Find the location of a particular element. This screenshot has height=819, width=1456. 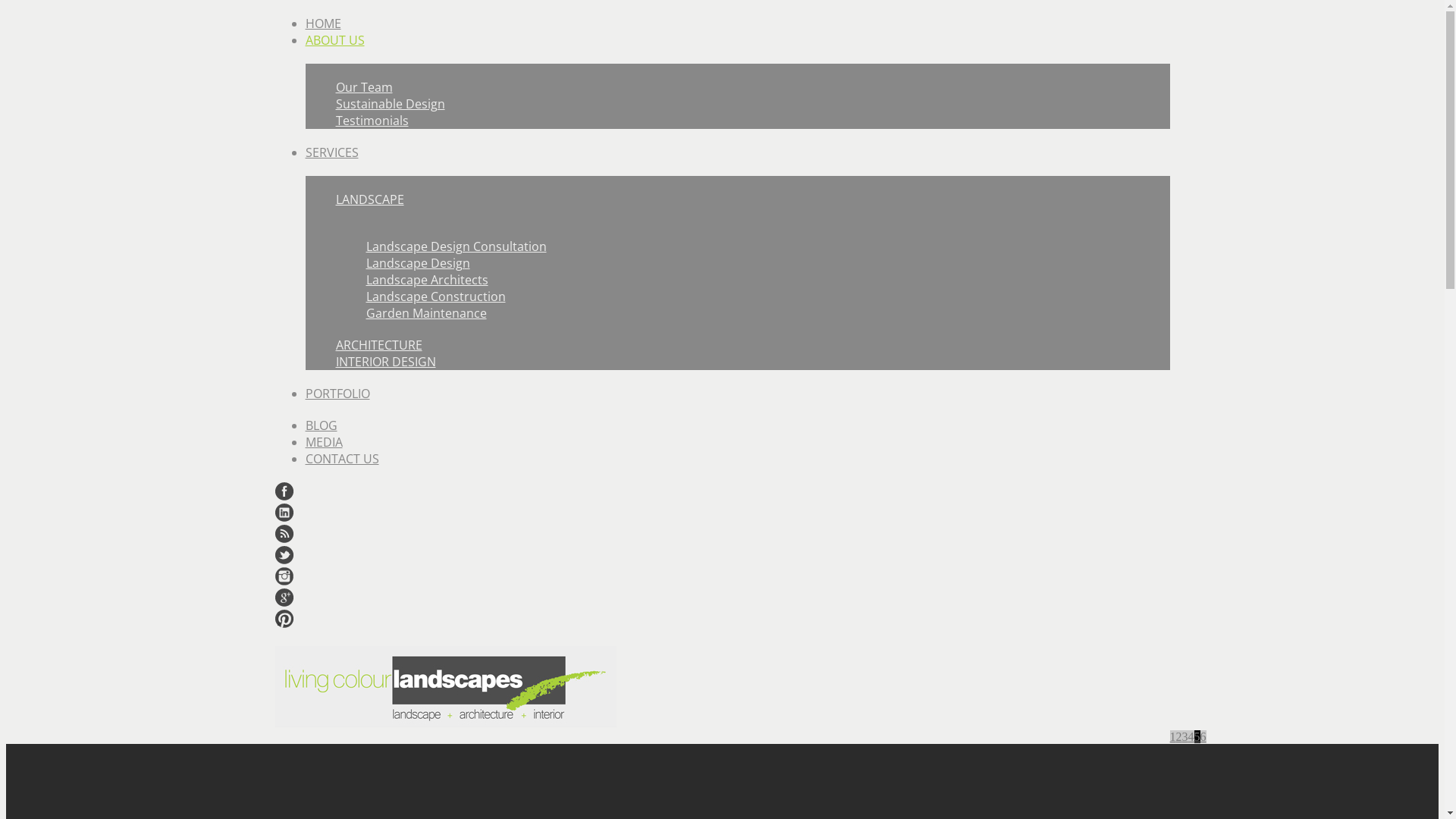

'Landscape Design' is located at coordinates (417, 262).